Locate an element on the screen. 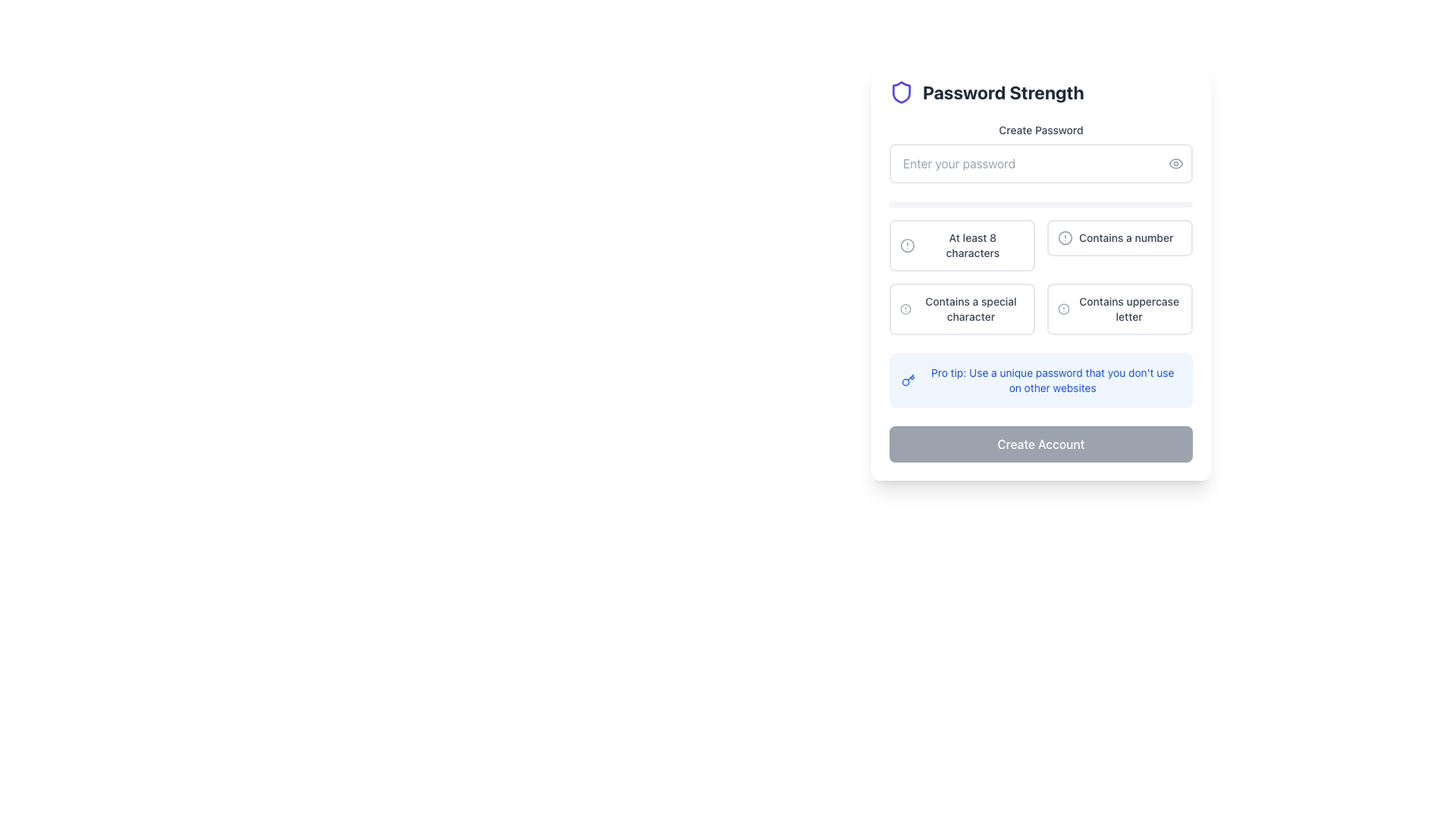 Image resolution: width=1456 pixels, height=819 pixels. text 'At least 8 characters' from the text with icon indicator located in the top-left corner of the password strength indicator form is located at coordinates (961, 245).